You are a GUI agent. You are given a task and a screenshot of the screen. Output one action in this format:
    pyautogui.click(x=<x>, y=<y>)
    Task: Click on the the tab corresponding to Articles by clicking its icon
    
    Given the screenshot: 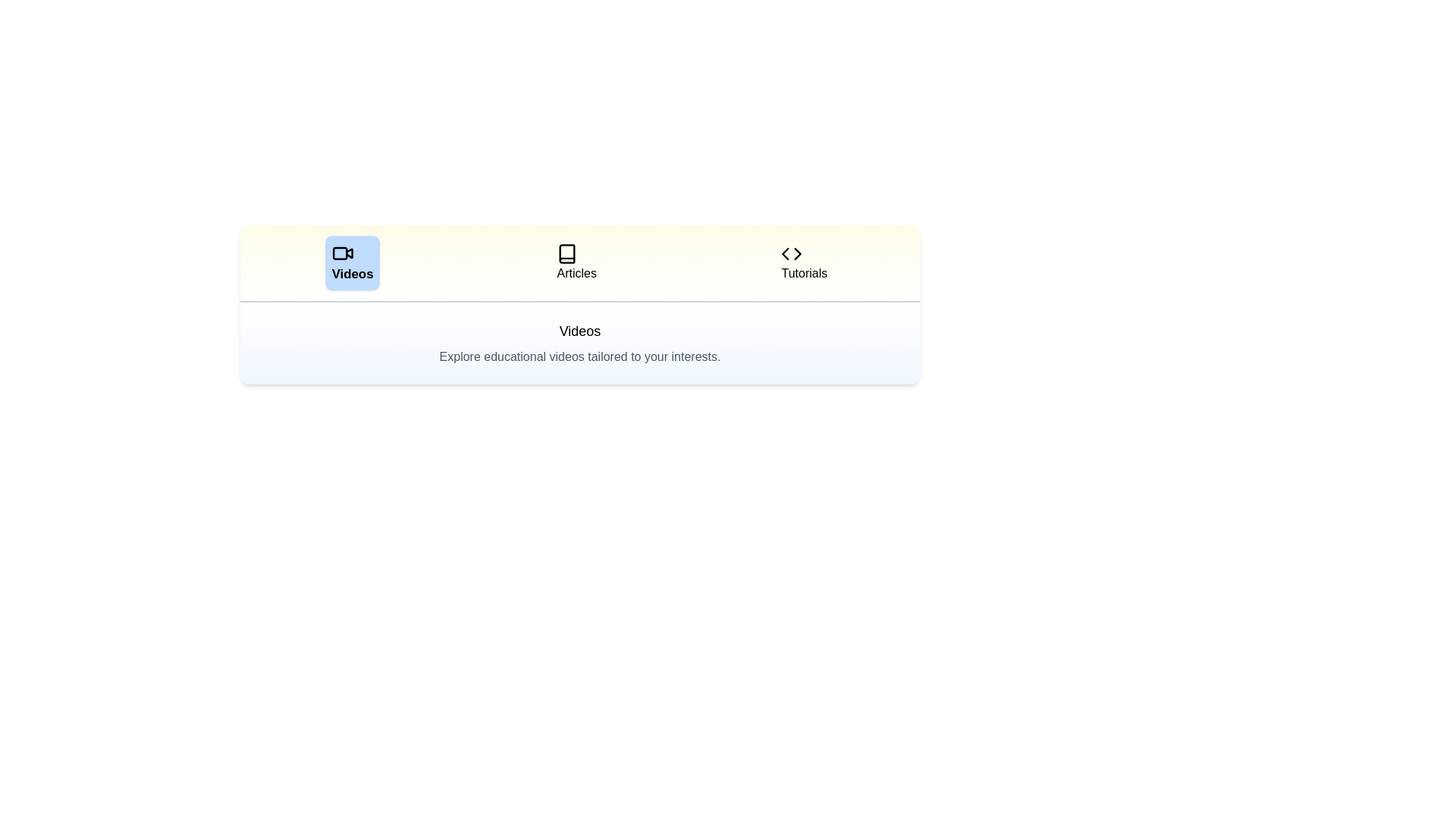 What is the action you would take?
    pyautogui.click(x=575, y=262)
    